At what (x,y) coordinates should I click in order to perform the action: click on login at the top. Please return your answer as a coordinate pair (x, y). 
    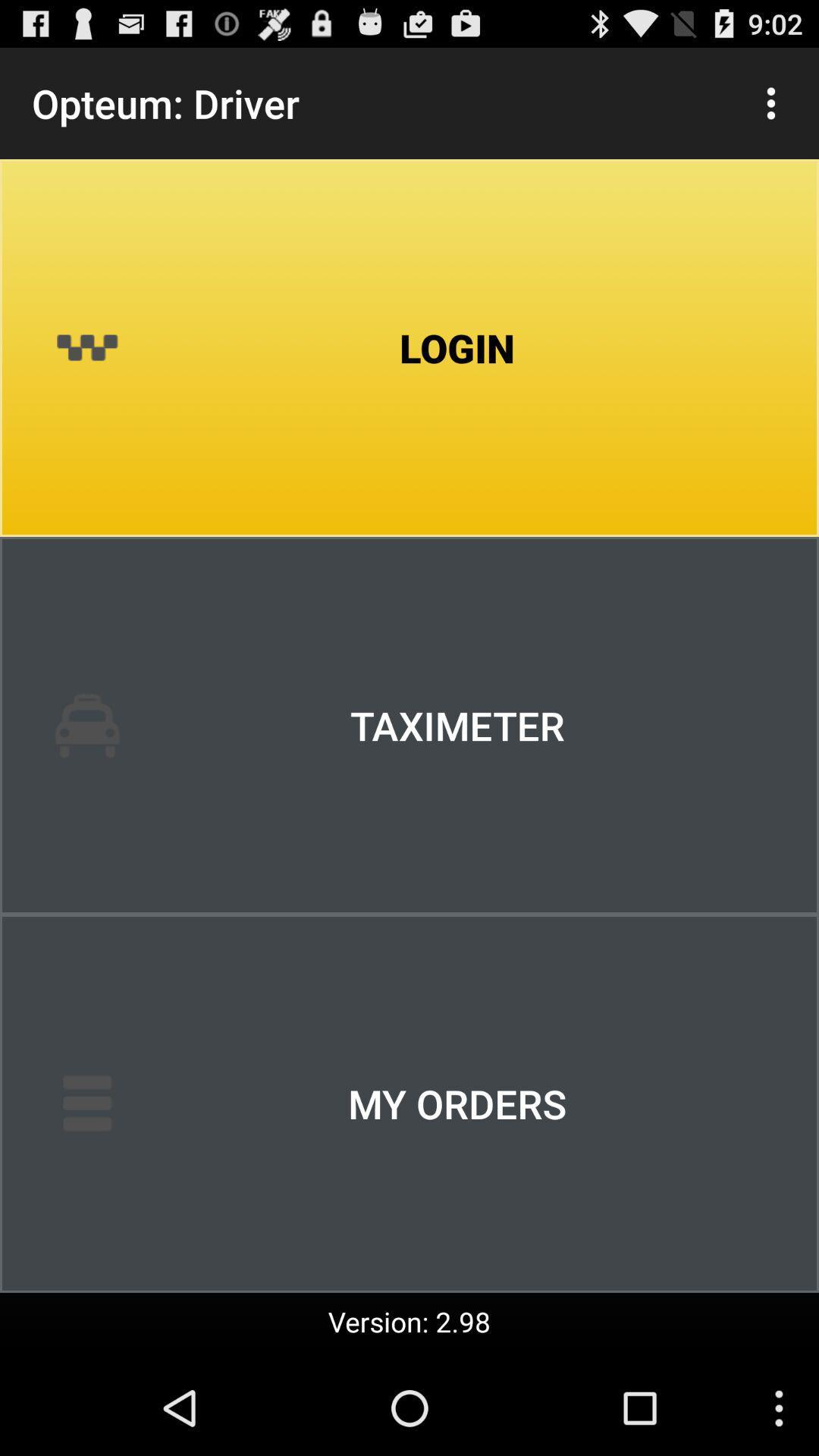
    Looking at the image, I should click on (409, 347).